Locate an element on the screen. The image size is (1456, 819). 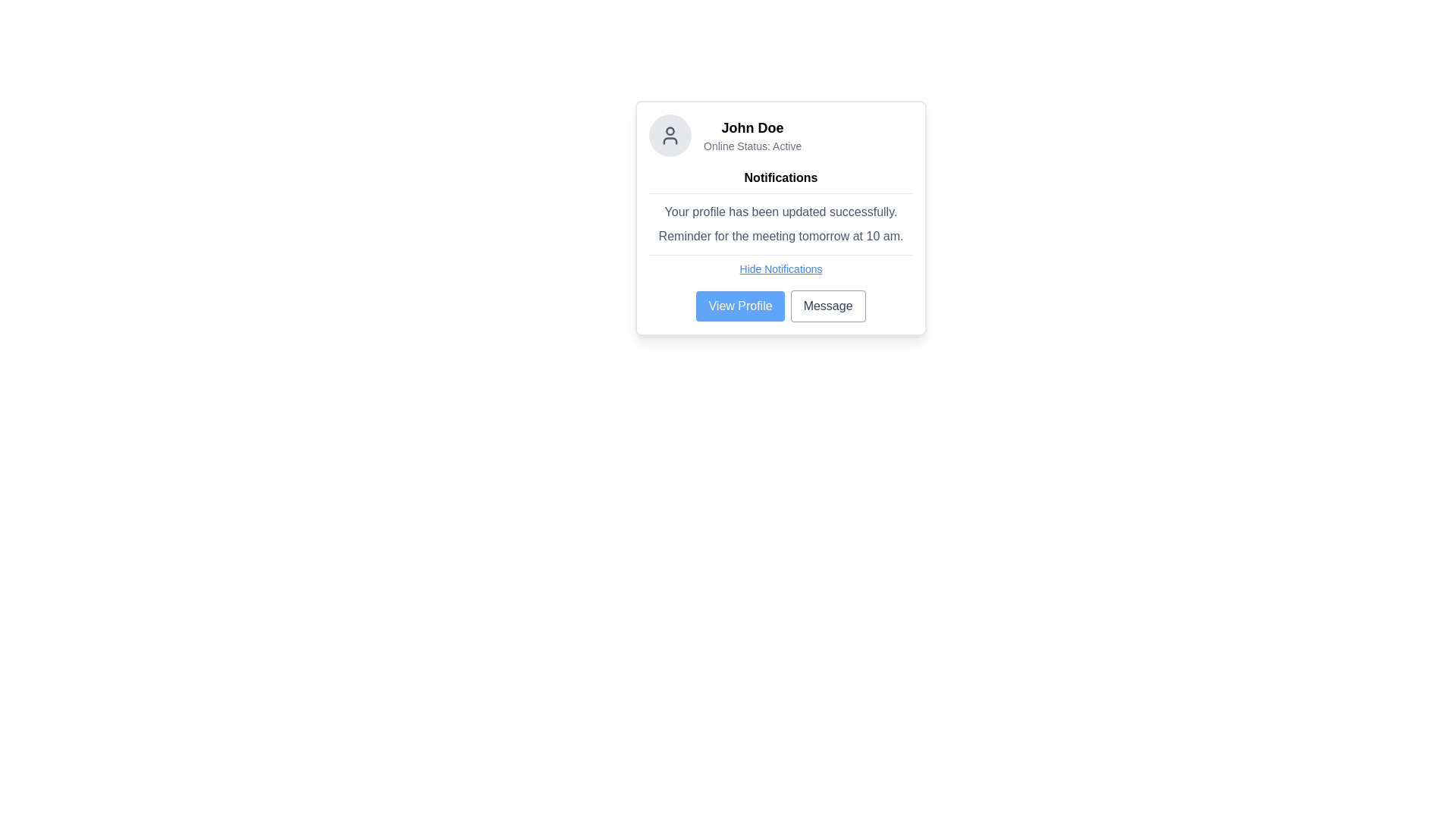
the second button under the profile section to send a message is located at coordinates (827, 306).